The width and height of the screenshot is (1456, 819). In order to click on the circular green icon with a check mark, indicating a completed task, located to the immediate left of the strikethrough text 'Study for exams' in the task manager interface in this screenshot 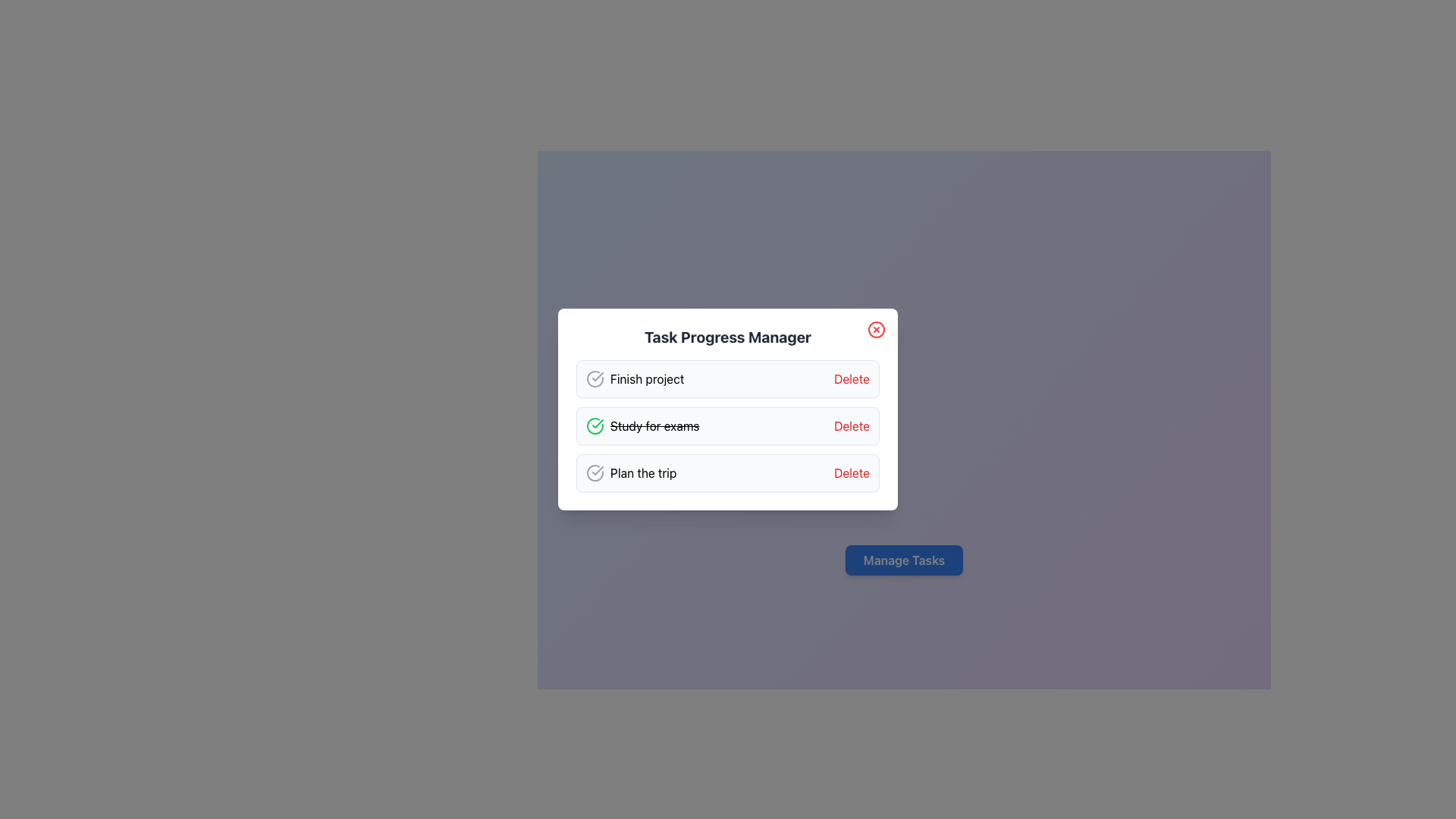, I will do `click(595, 426)`.